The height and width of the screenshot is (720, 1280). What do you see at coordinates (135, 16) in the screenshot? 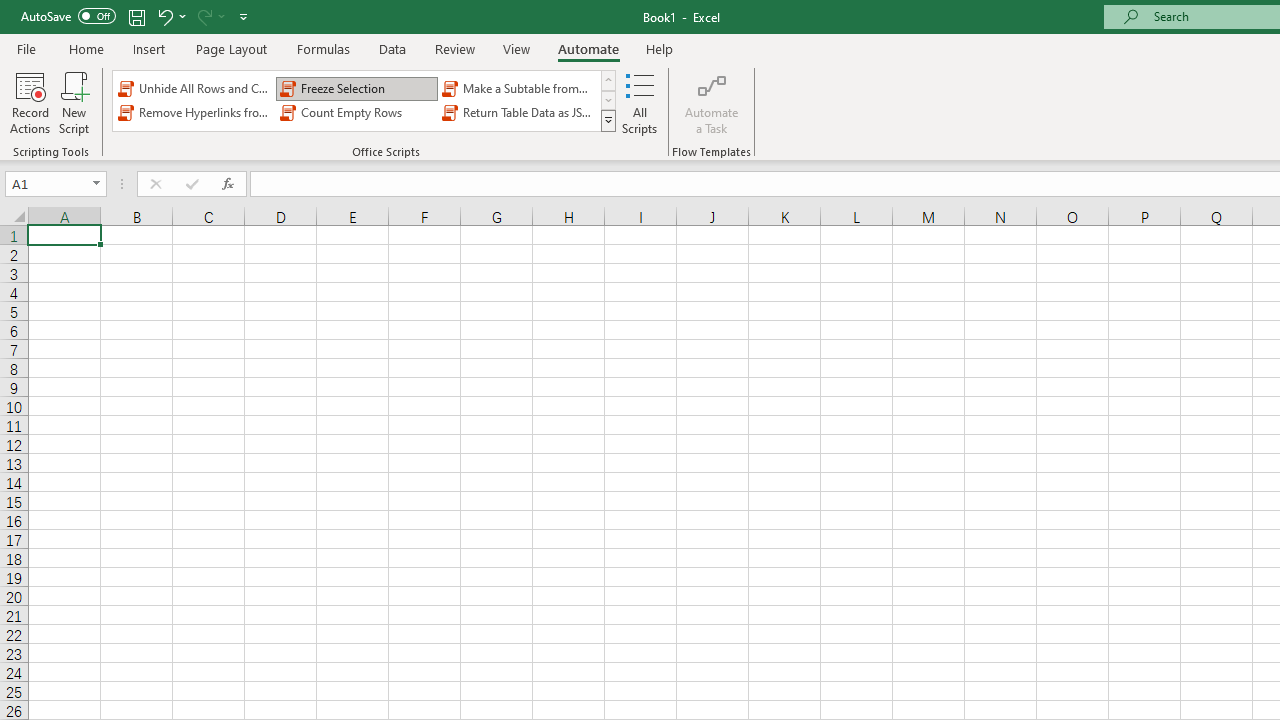
I see `'Quick Access Toolbar'` at bounding box center [135, 16].